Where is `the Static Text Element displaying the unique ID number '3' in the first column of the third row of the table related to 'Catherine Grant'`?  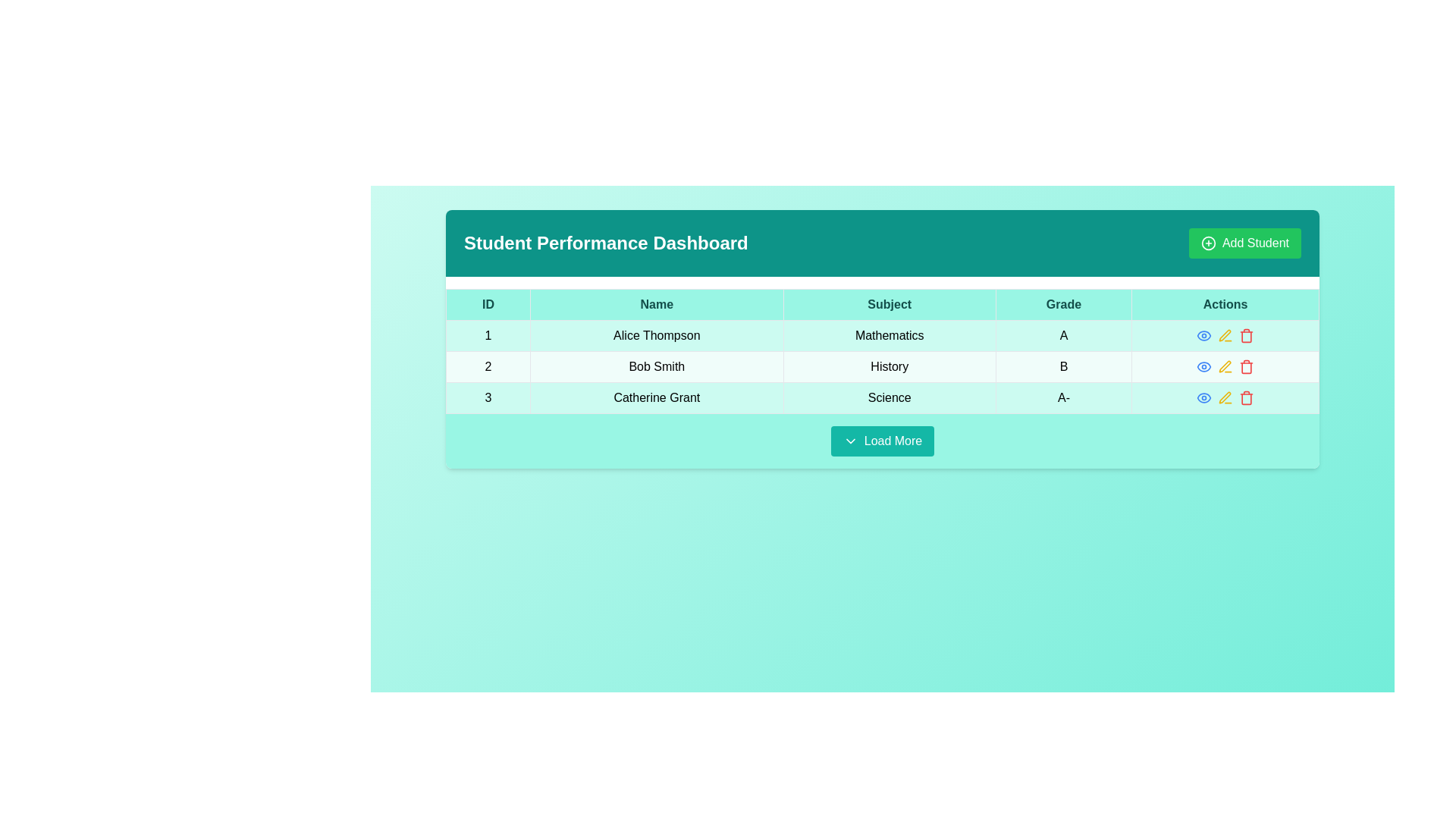 the Static Text Element displaying the unique ID number '3' in the first column of the third row of the table related to 'Catherine Grant' is located at coordinates (488, 397).